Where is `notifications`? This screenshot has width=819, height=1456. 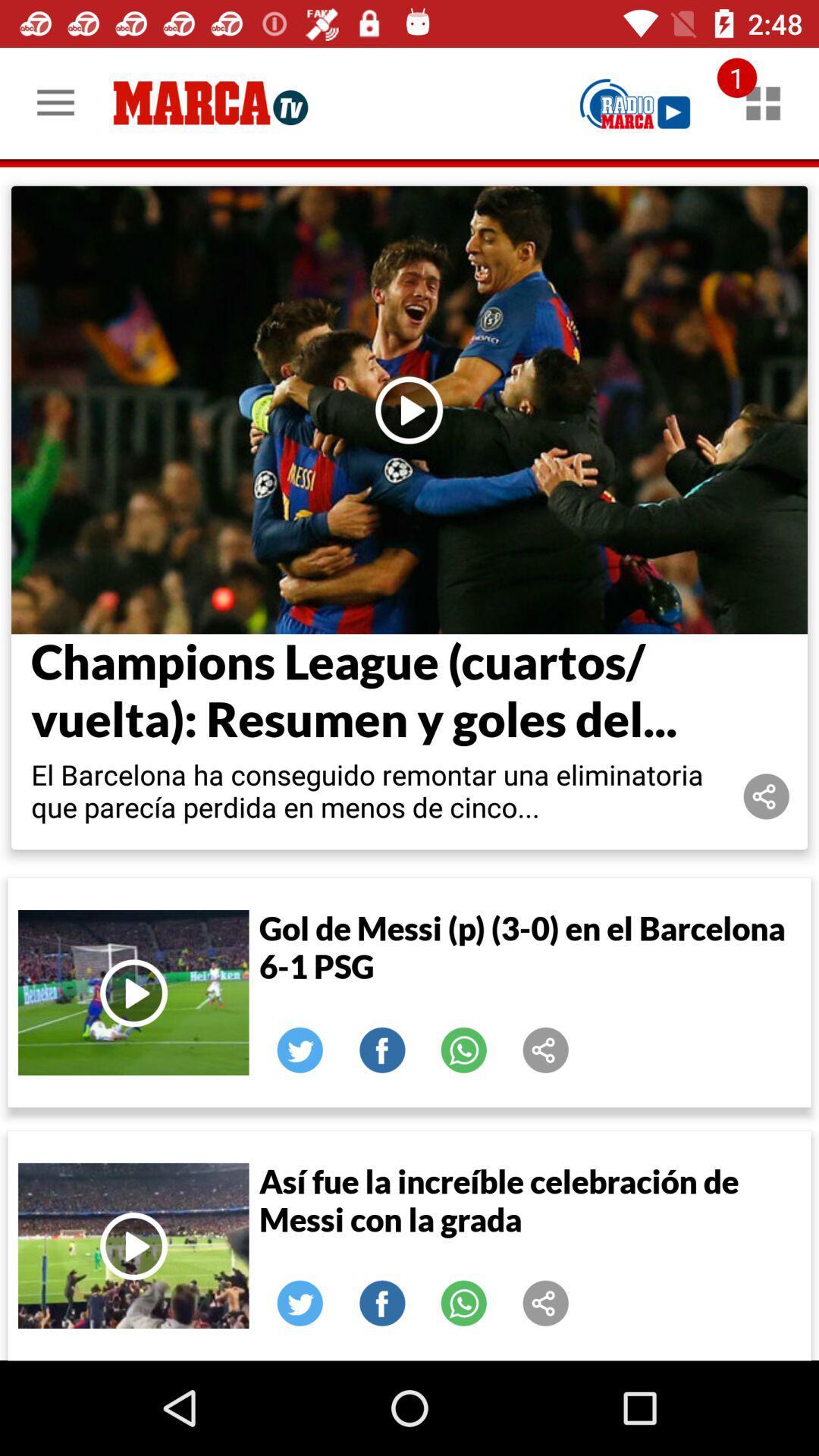 notifications is located at coordinates (763, 102).